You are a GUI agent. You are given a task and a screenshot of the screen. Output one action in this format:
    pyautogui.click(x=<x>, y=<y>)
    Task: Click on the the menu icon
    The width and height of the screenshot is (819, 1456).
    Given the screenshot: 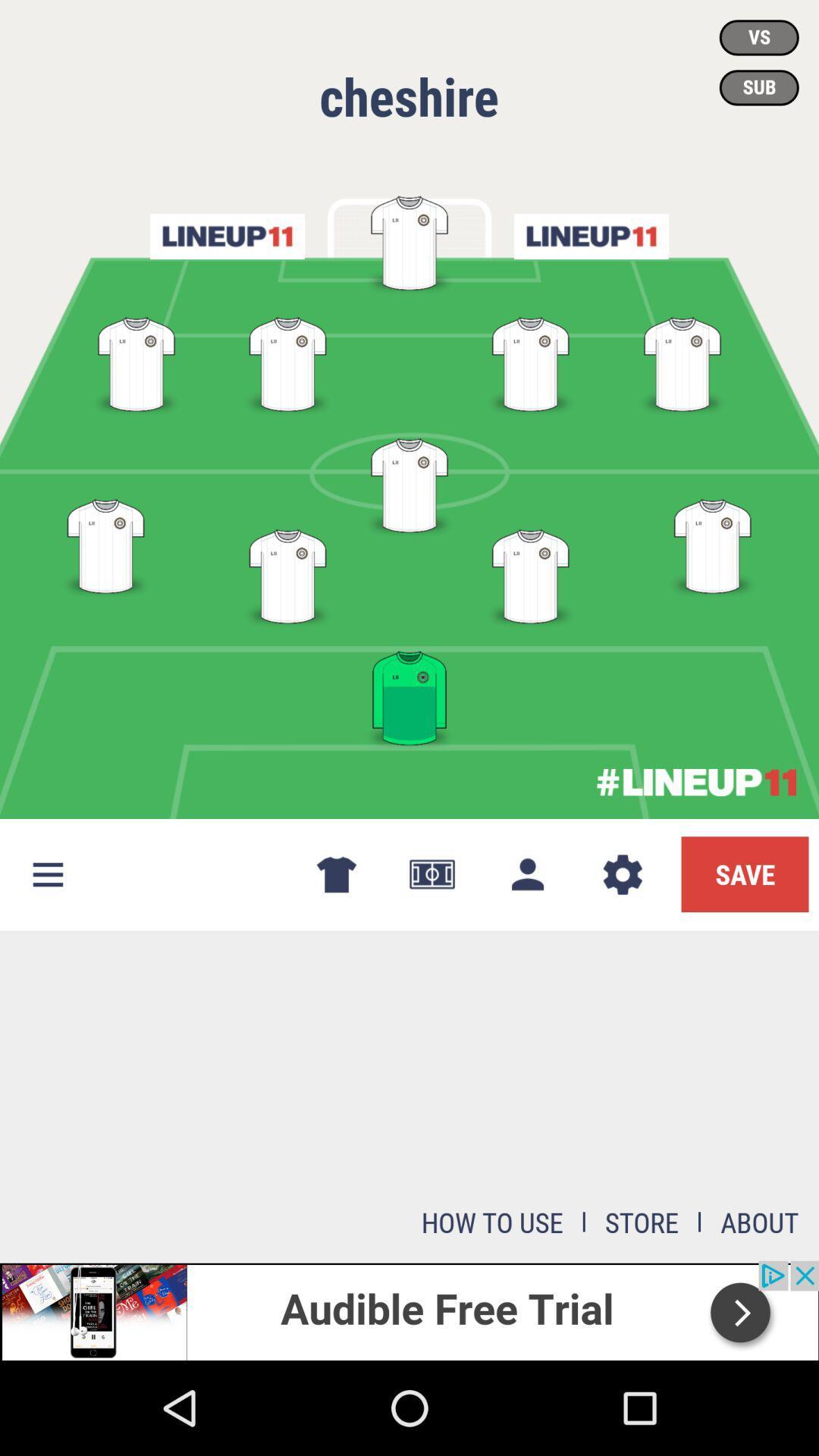 What is the action you would take?
    pyautogui.click(x=46, y=874)
    